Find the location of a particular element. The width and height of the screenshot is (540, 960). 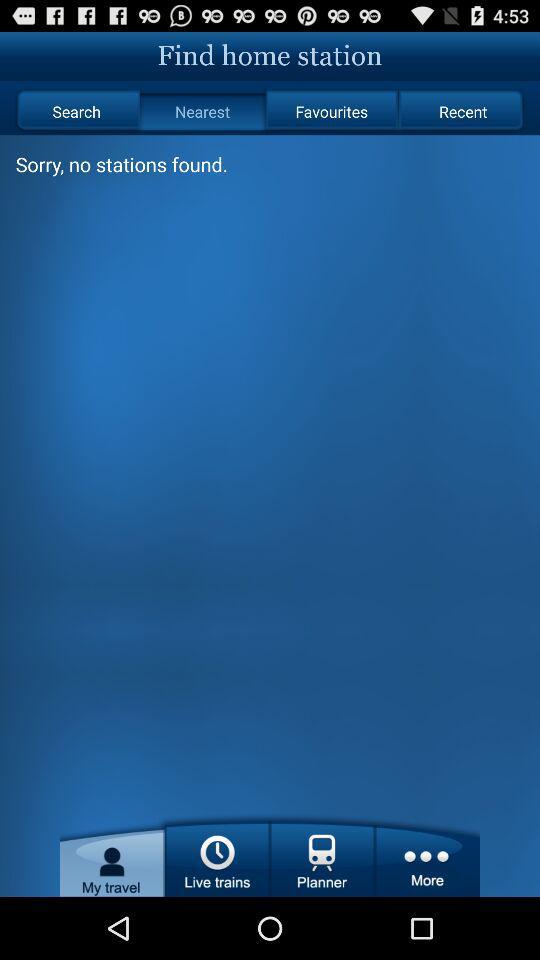

the search icon is located at coordinates (75, 111).